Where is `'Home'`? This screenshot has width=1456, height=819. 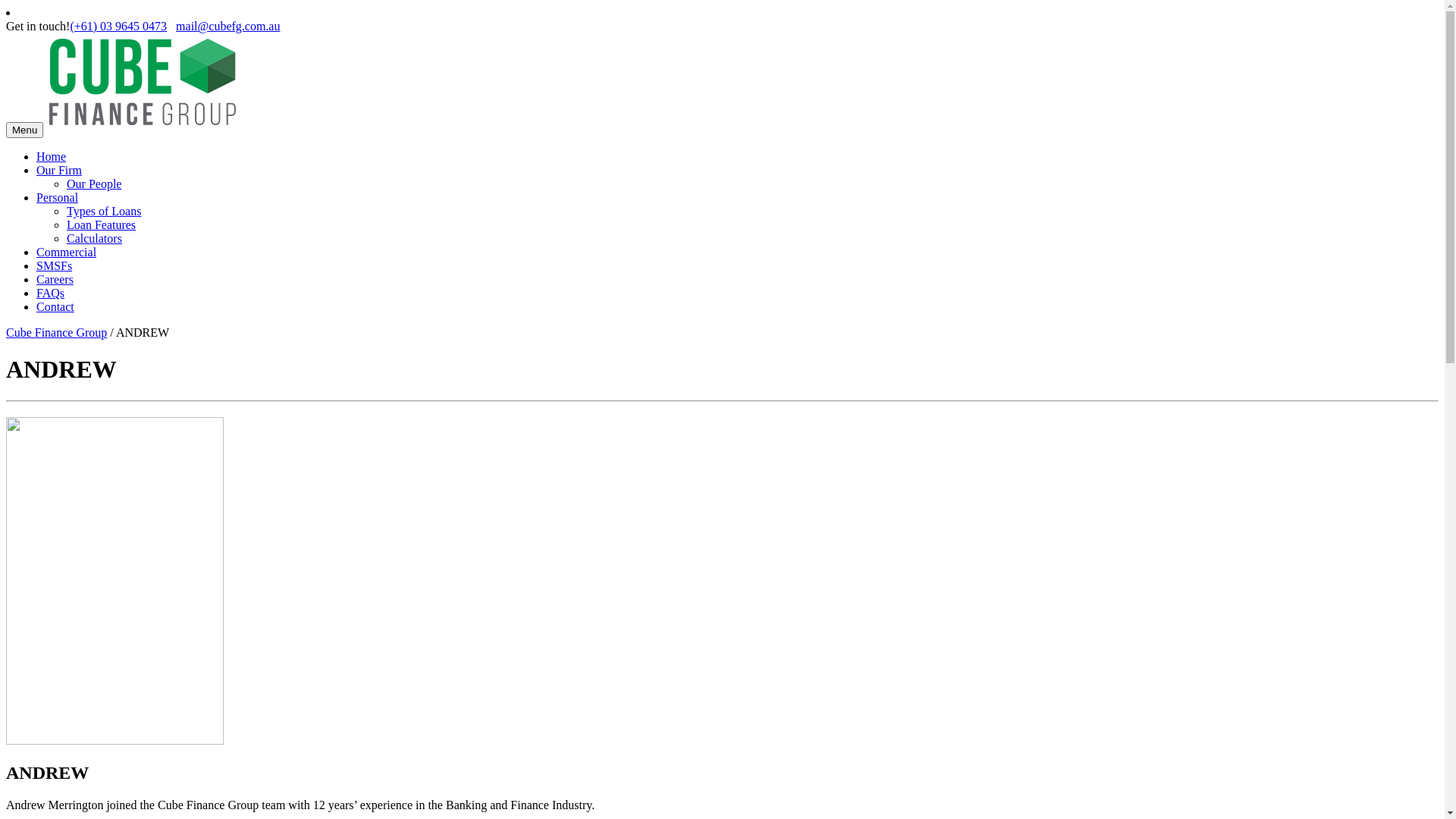
'Home' is located at coordinates (36, 156).